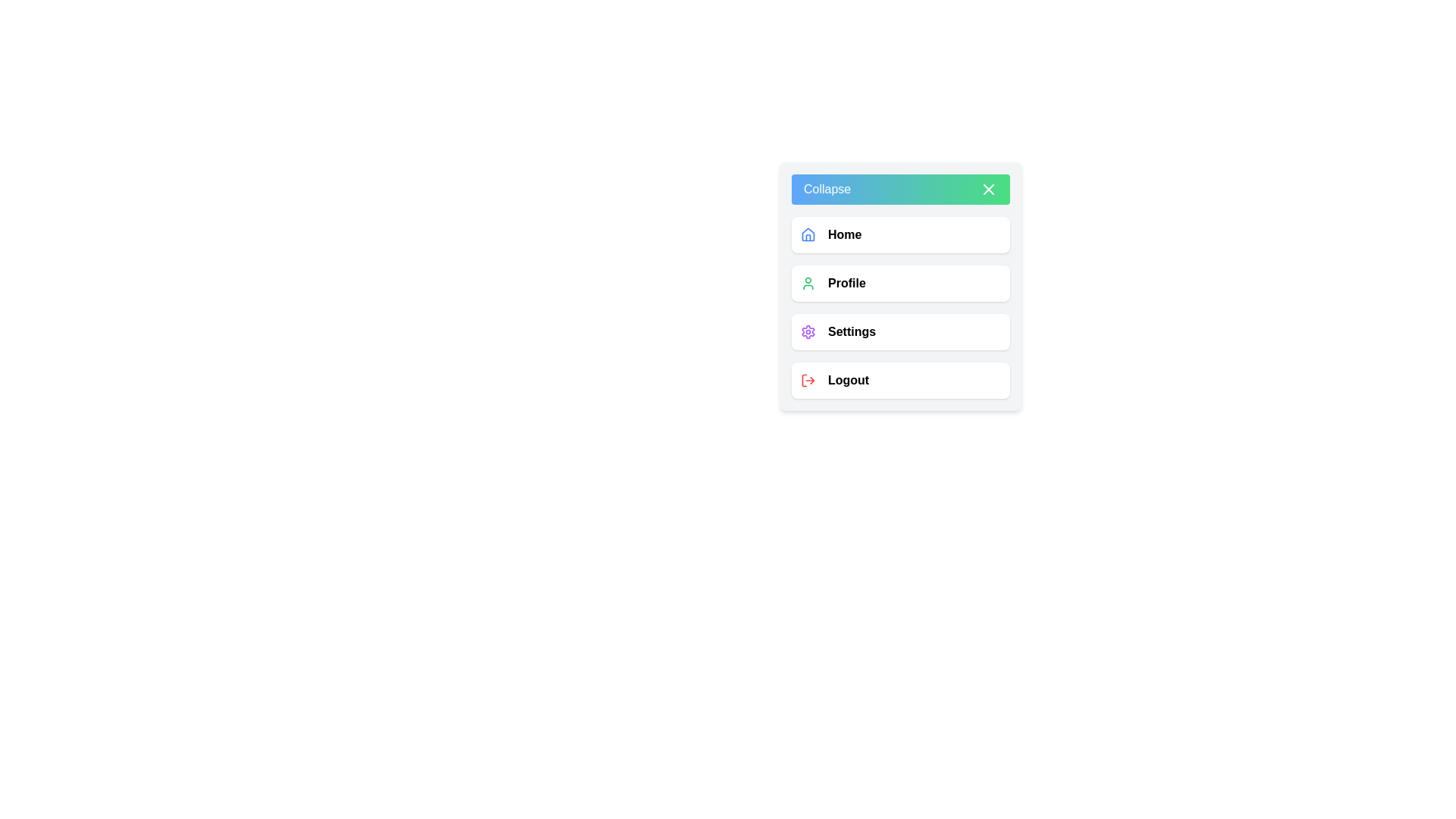  I want to click on the 'Home' menu item, so click(901, 234).